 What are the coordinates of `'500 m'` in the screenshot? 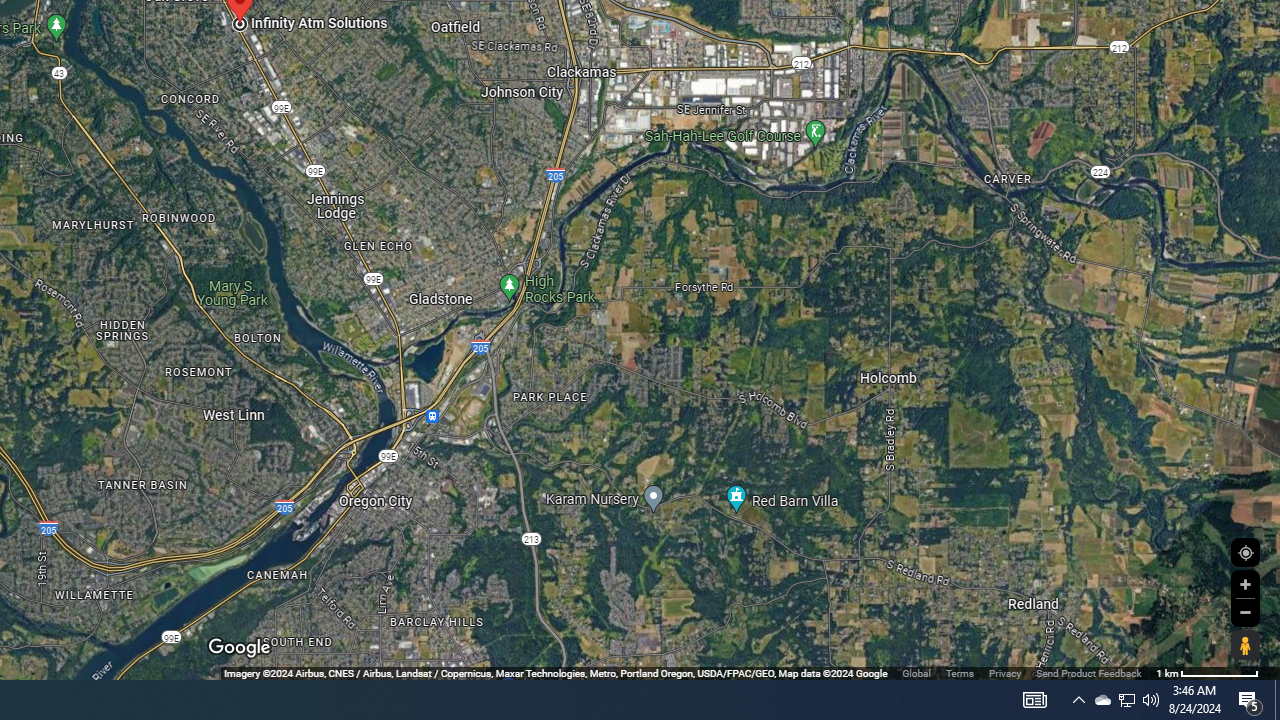 It's located at (1206, 673).